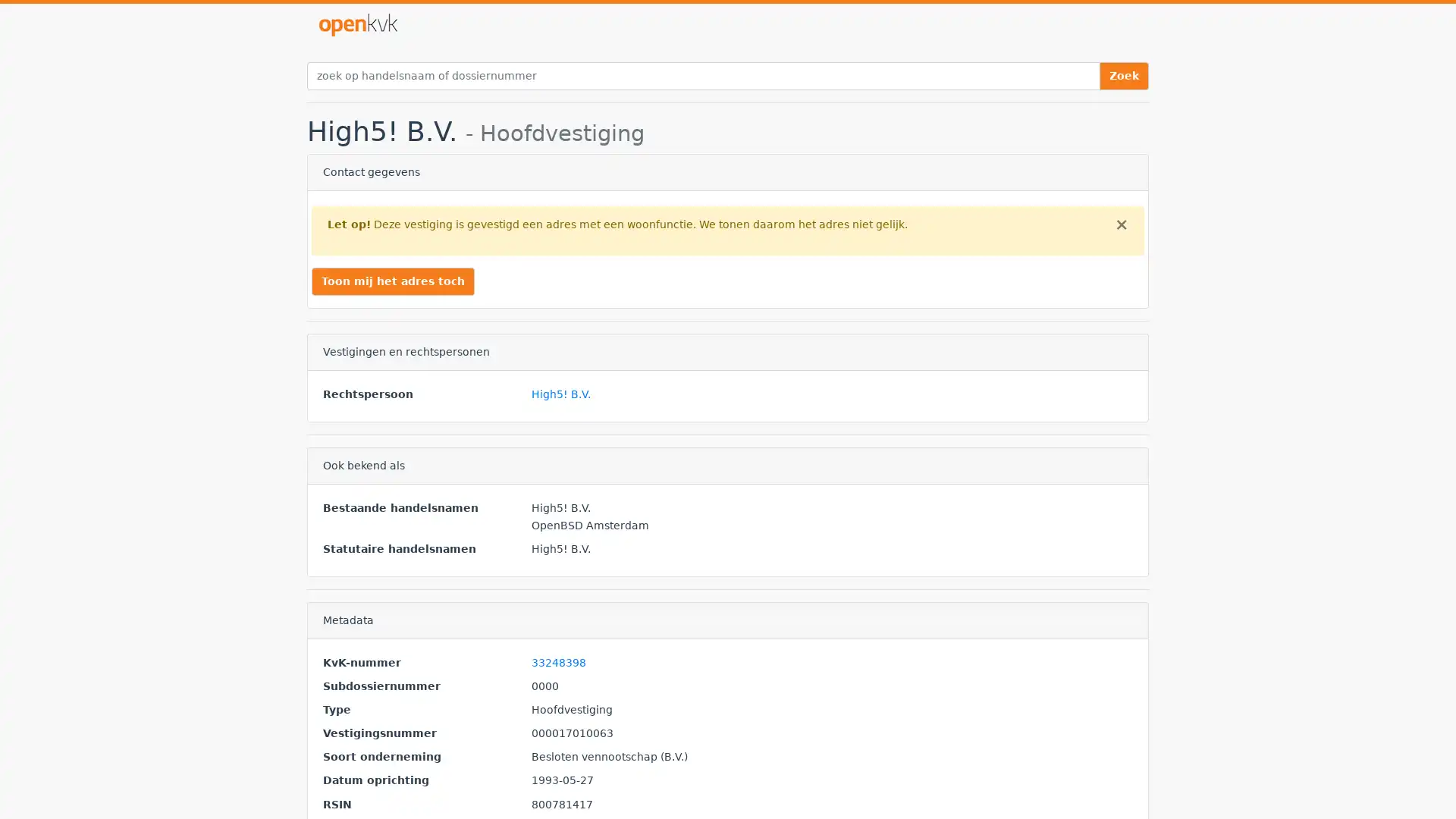 This screenshot has height=819, width=1456. Describe the element at coordinates (1121, 223) in the screenshot. I see `Close` at that location.